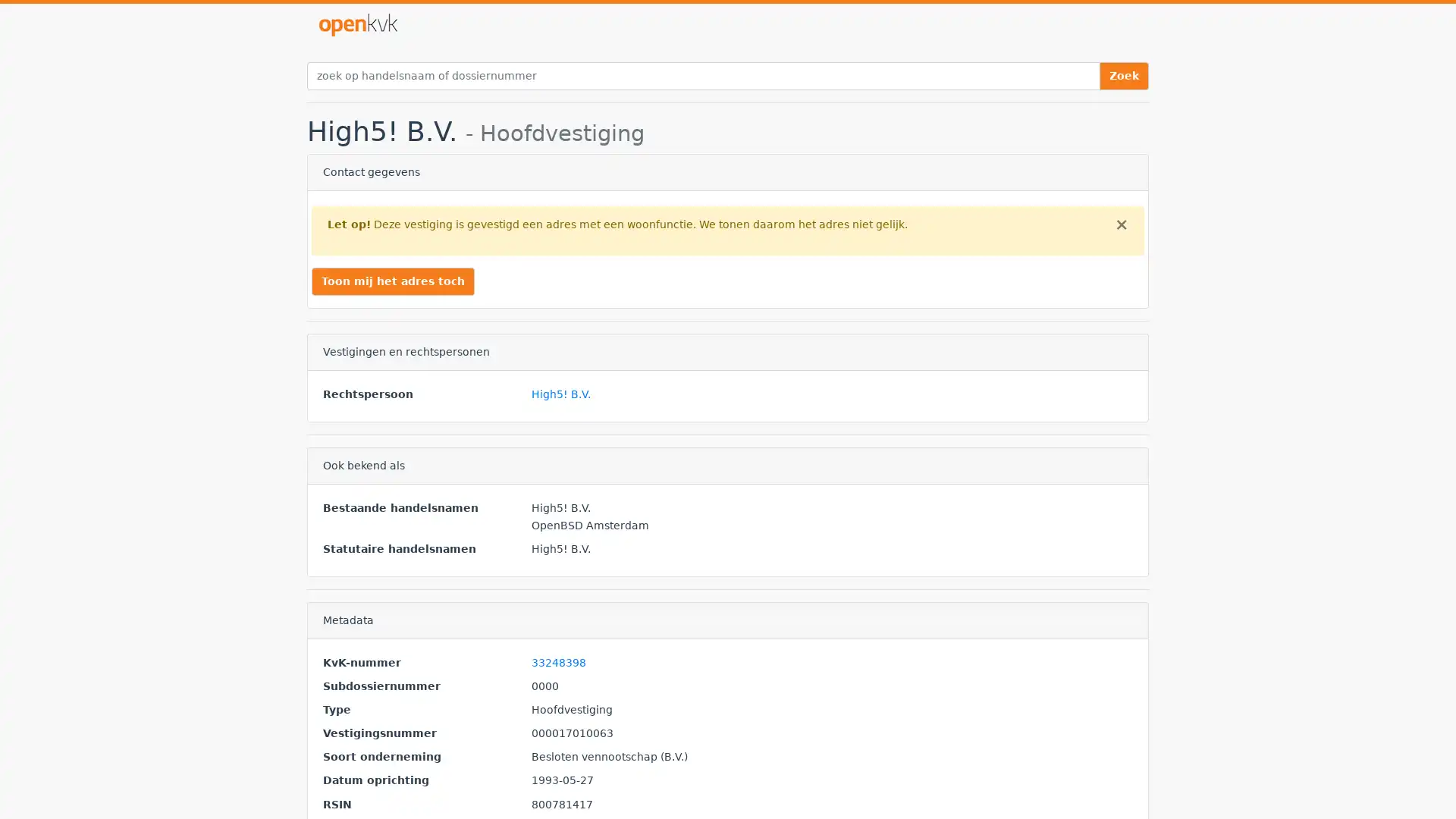 This screenshot has height=819, width=1456. Describe the element at coordinates (1121, 223) in the screenshot. I see `Close` at that location.